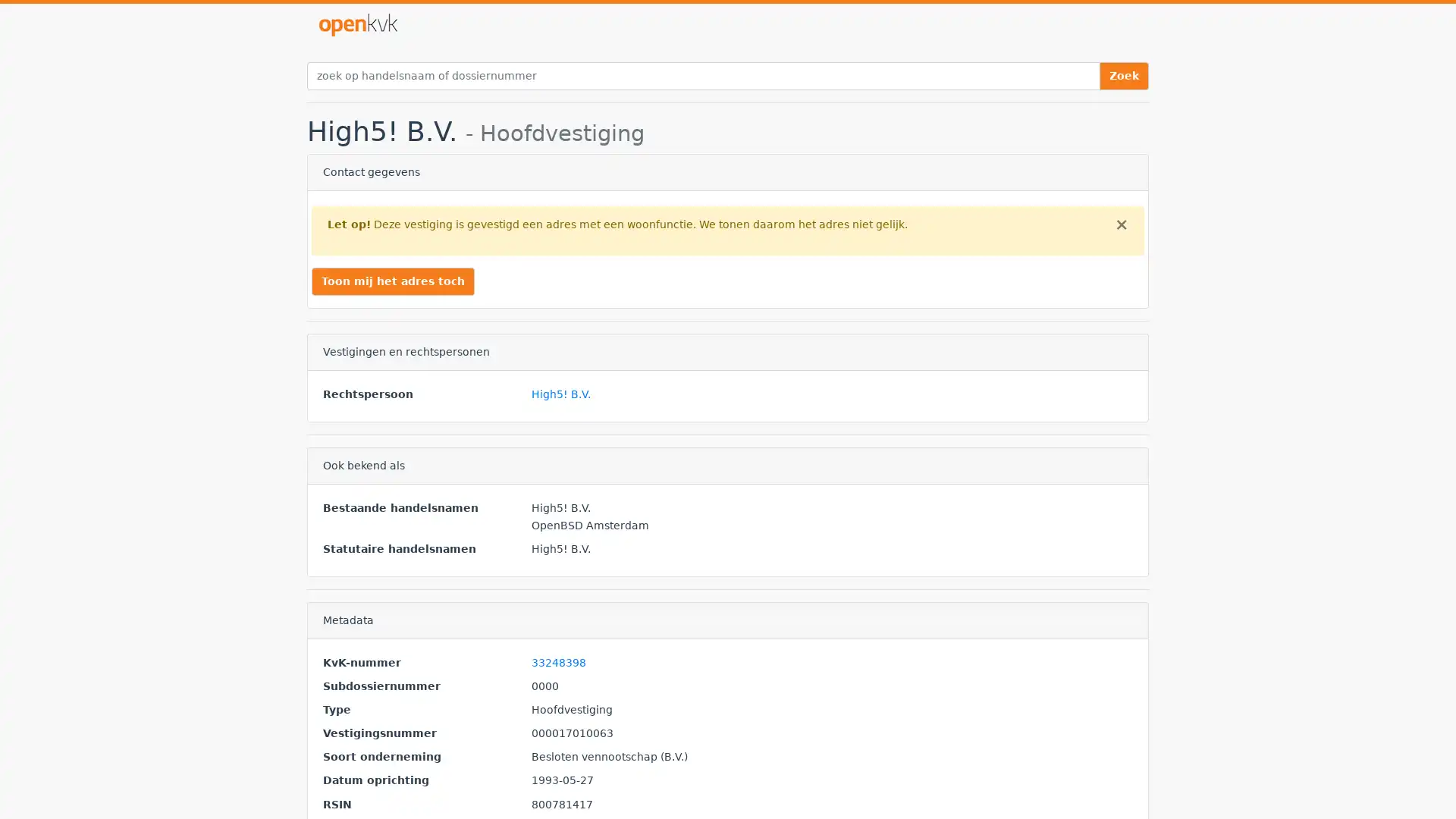 This screenshot has height=819, width=1456. Describe the element at coordinates (1121, 223) in the screenshot. I see `Close` at that location.